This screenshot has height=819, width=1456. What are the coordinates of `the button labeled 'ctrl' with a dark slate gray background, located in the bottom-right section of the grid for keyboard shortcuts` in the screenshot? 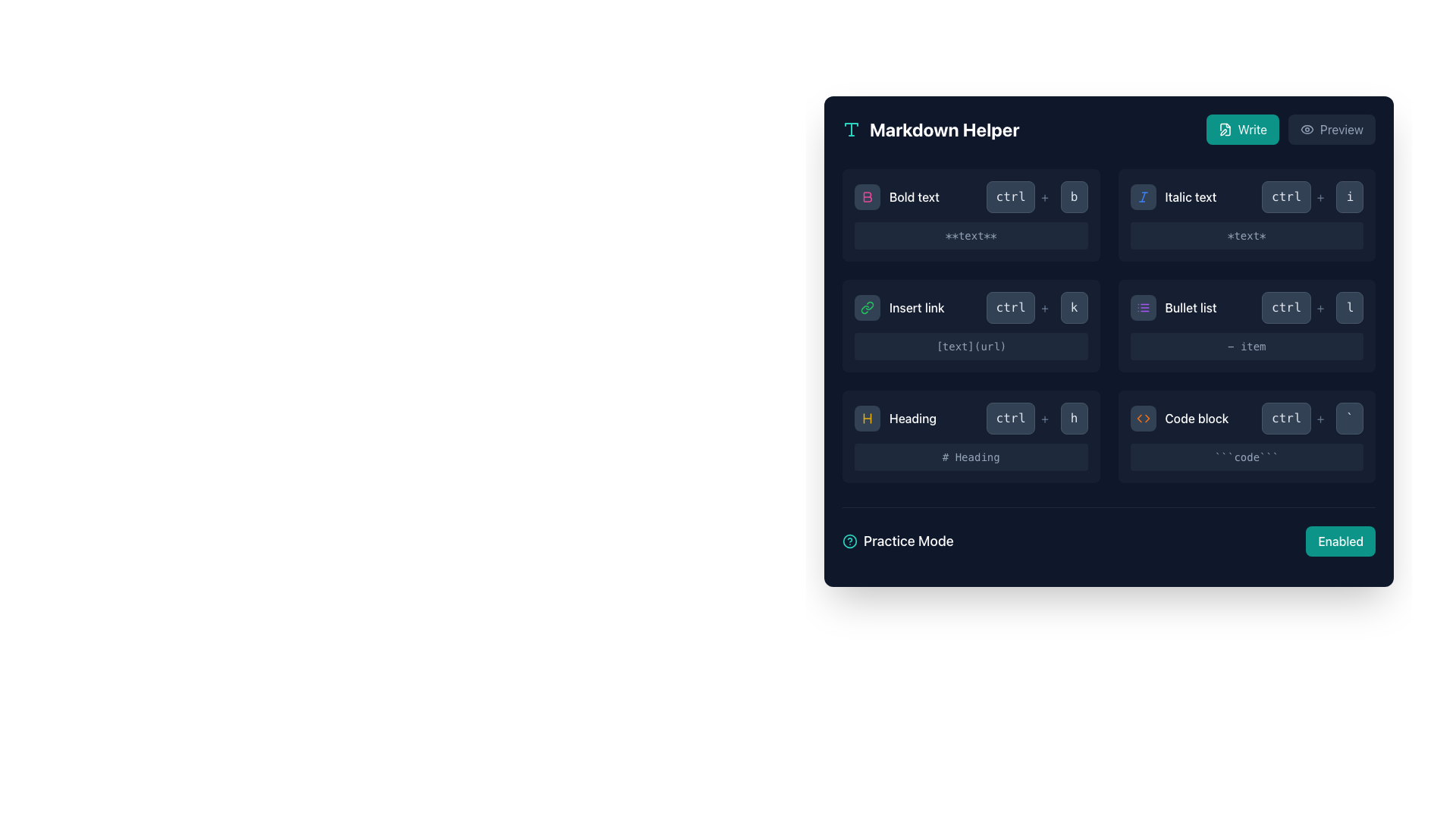 It's located at (1285, 418).